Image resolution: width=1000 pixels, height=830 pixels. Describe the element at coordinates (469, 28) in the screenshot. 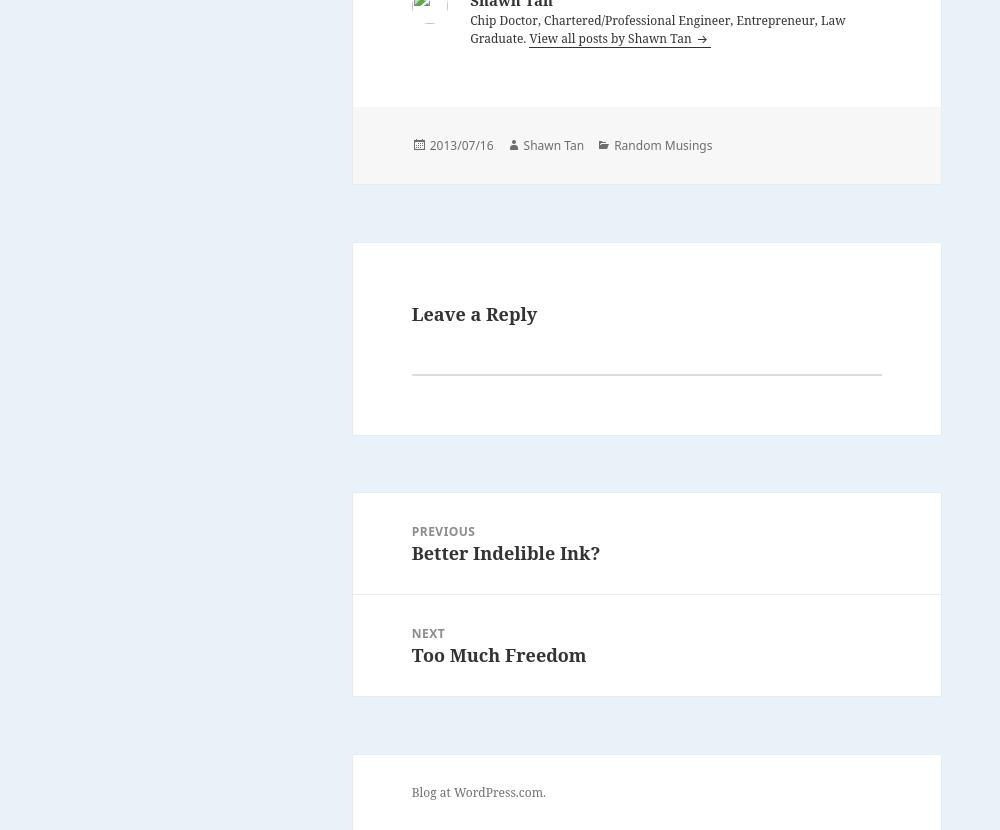

I see `'Chip Doctor, Chartered/Professional Engineer, Entrepreneur, Law Graduate.'` at that location.